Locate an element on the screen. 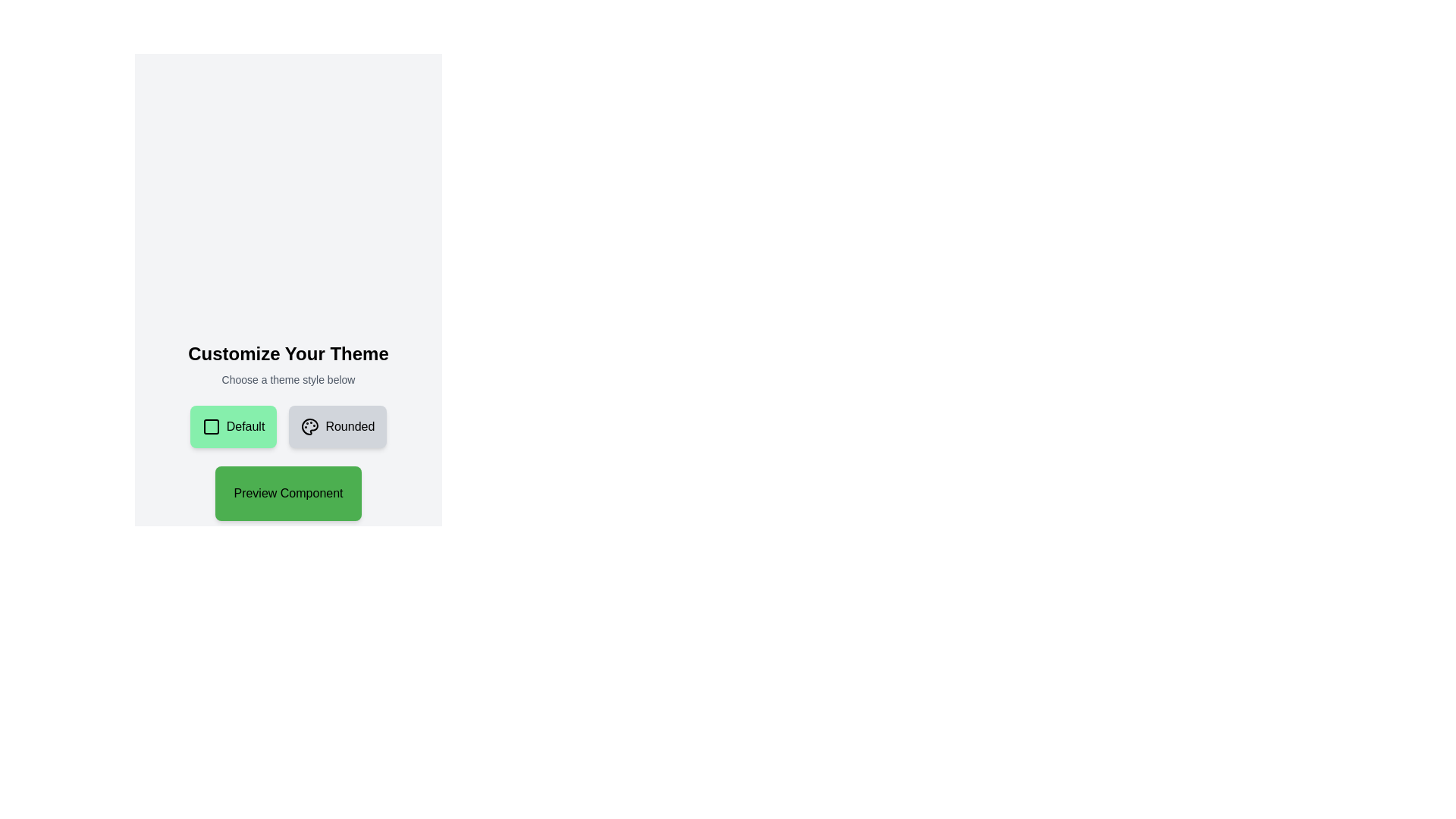 Image resolution: width=1456 pixels, height=819 pixels. the preview button located below the 'Default' and 'Rounded' buttons, which serves as a trigger for previewing selections or functionalities is located at coordinates (288, 494).